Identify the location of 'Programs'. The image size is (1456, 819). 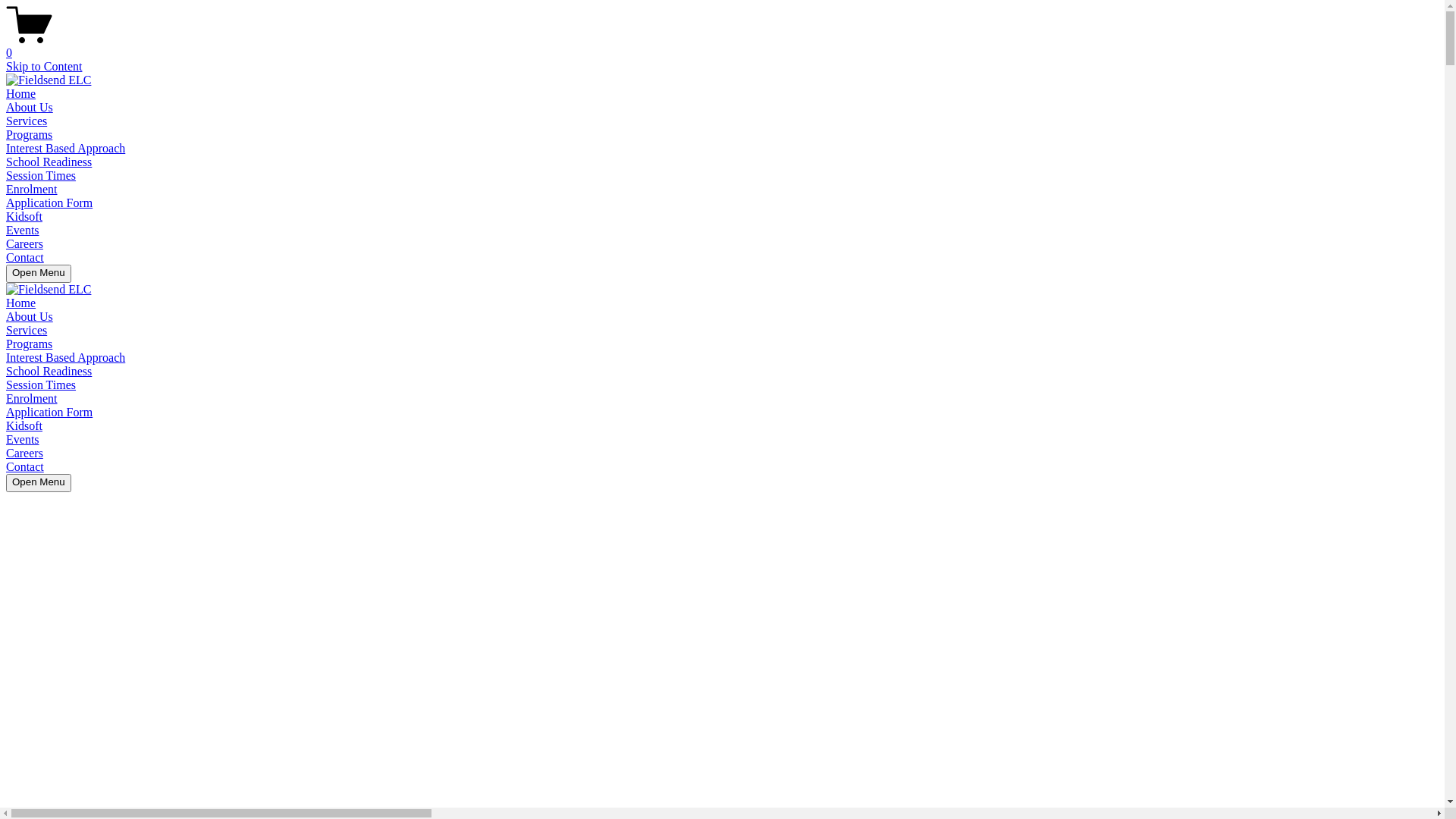
(29, 133).